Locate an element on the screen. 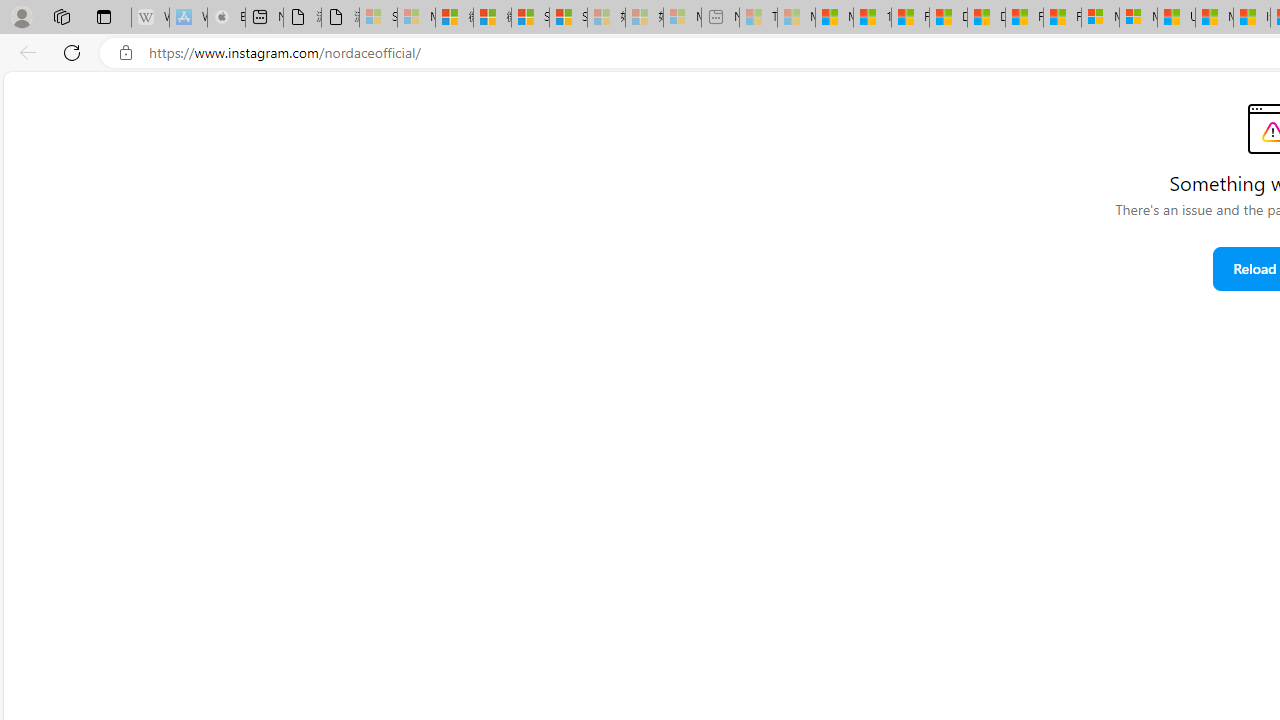  'Sign in to your Microsoft account - Sleeping' is located at coordinates (378, 17).